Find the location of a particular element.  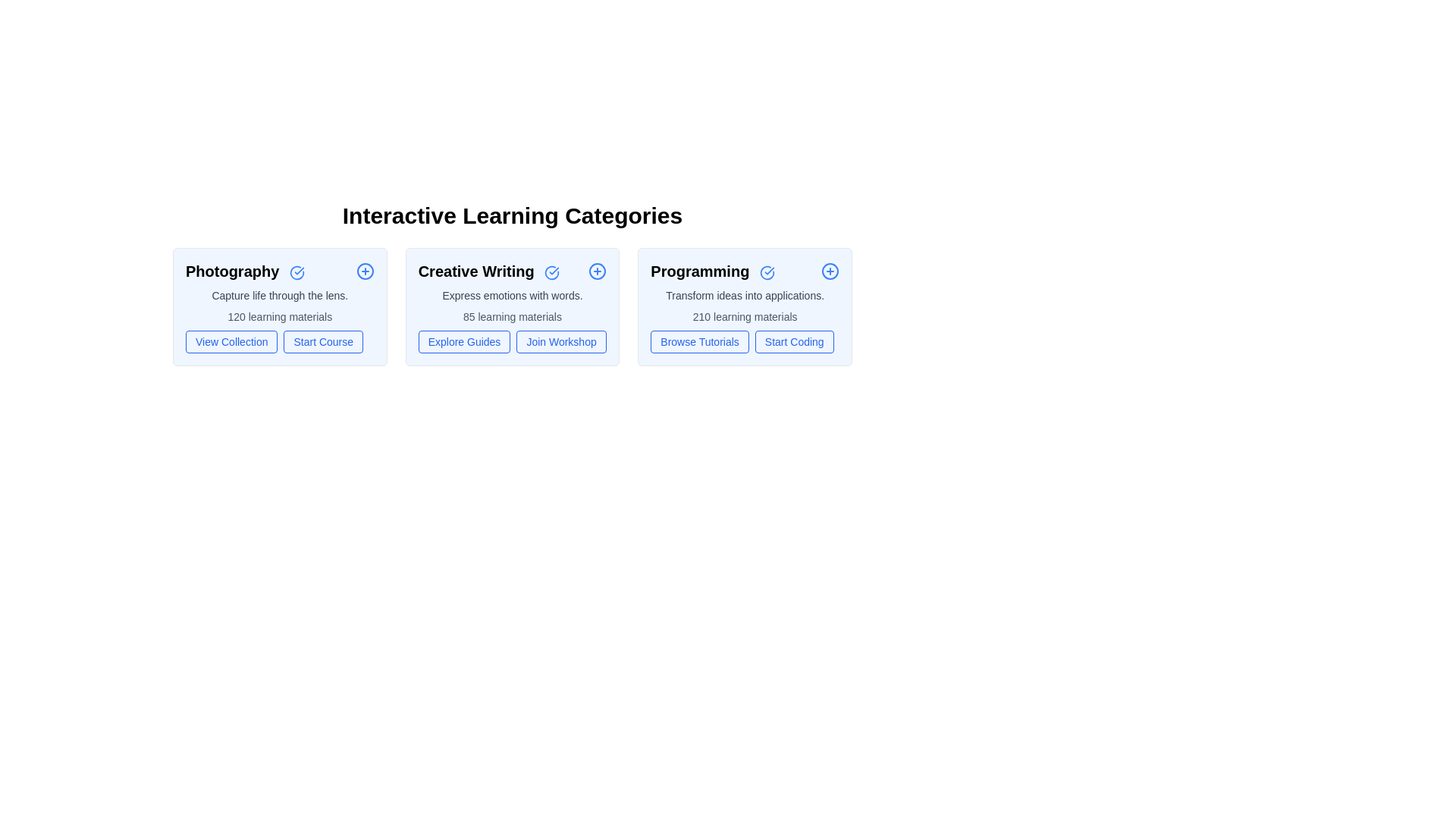

the plus icon next to the category title Creative Writing is located at coordinates (597, 271).